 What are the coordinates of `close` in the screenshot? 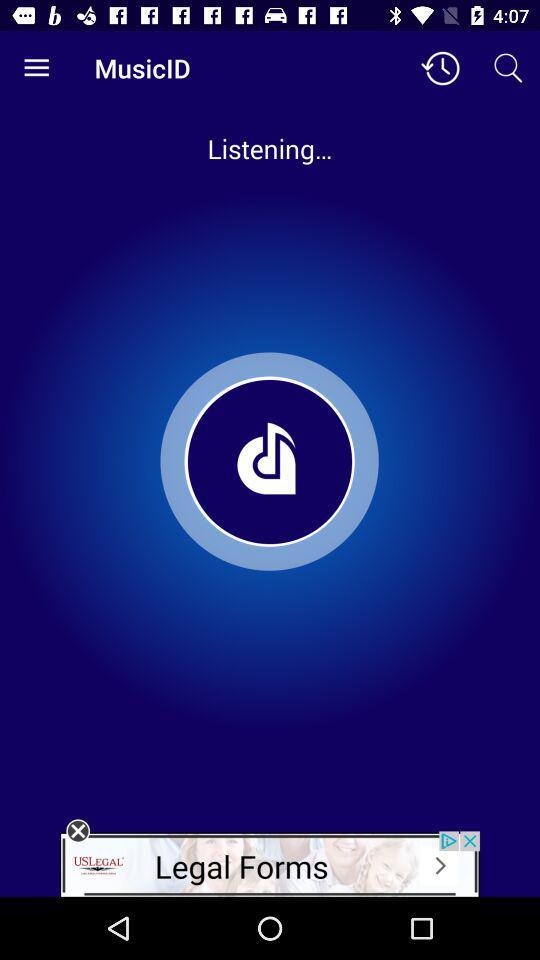 It's located at (77, 831).